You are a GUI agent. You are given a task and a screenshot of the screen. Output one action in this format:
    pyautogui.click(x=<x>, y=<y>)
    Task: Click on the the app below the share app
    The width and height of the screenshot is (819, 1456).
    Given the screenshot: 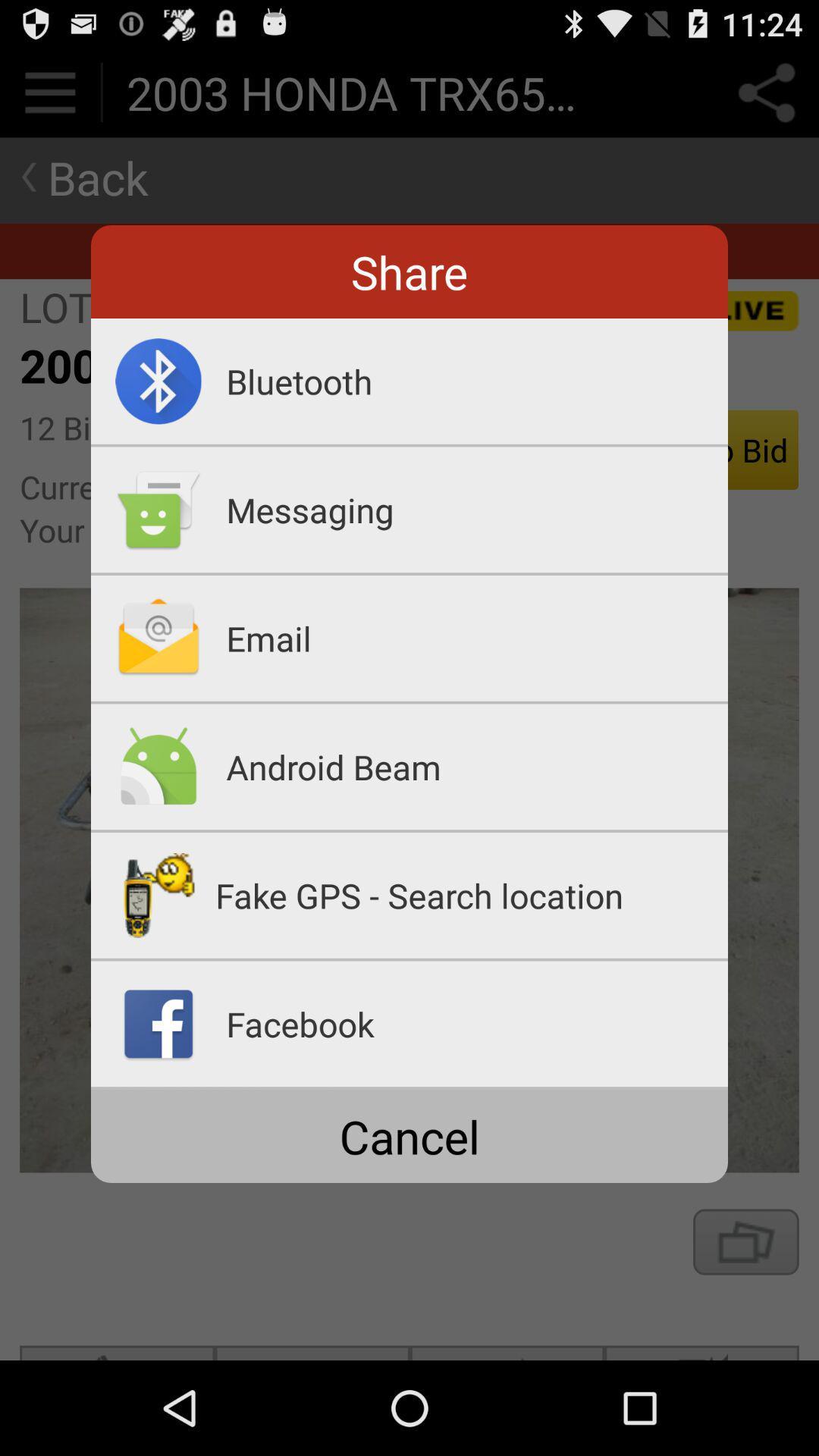 What is the action you would take?
    pyautogui.click(x=476, y=381)
    